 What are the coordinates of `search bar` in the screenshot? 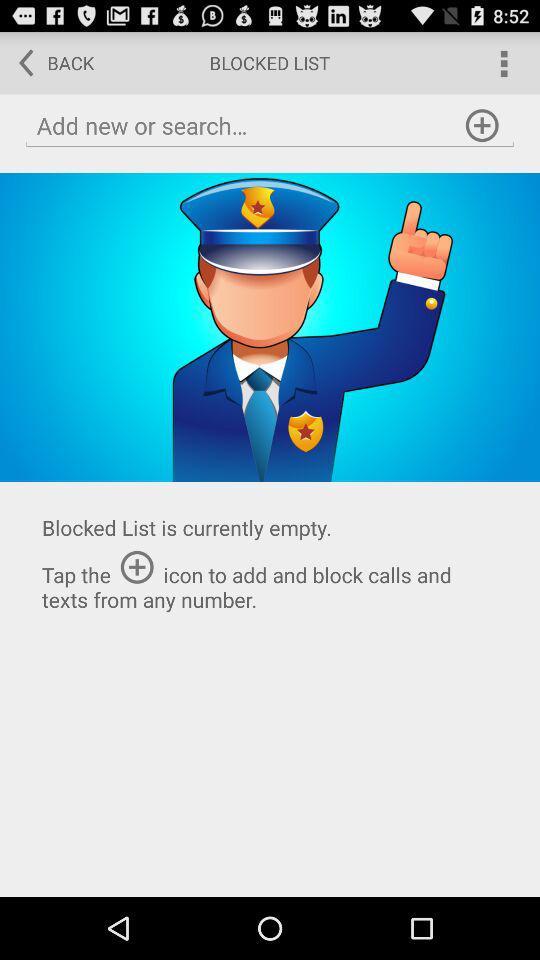 It's located at (270, 125).